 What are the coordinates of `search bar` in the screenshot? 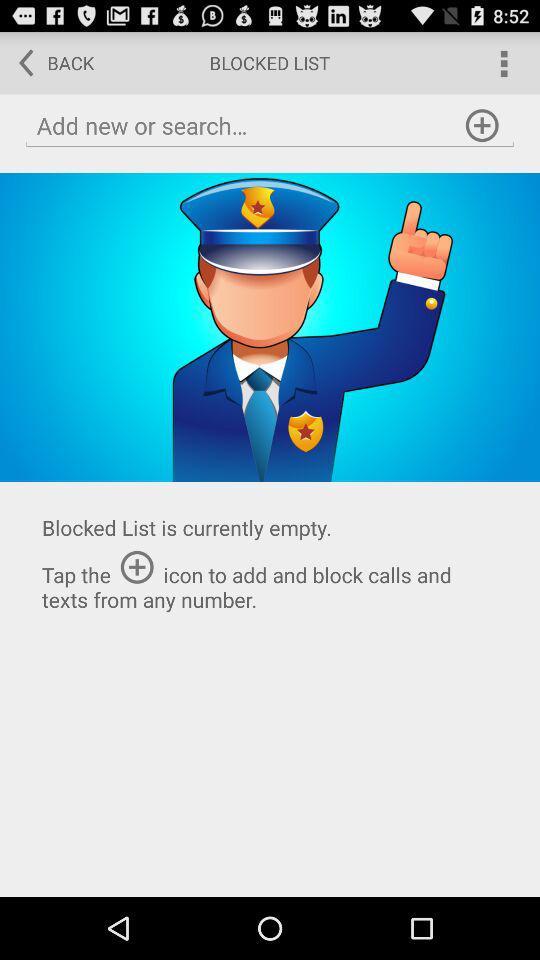 It's located at (270, 125).